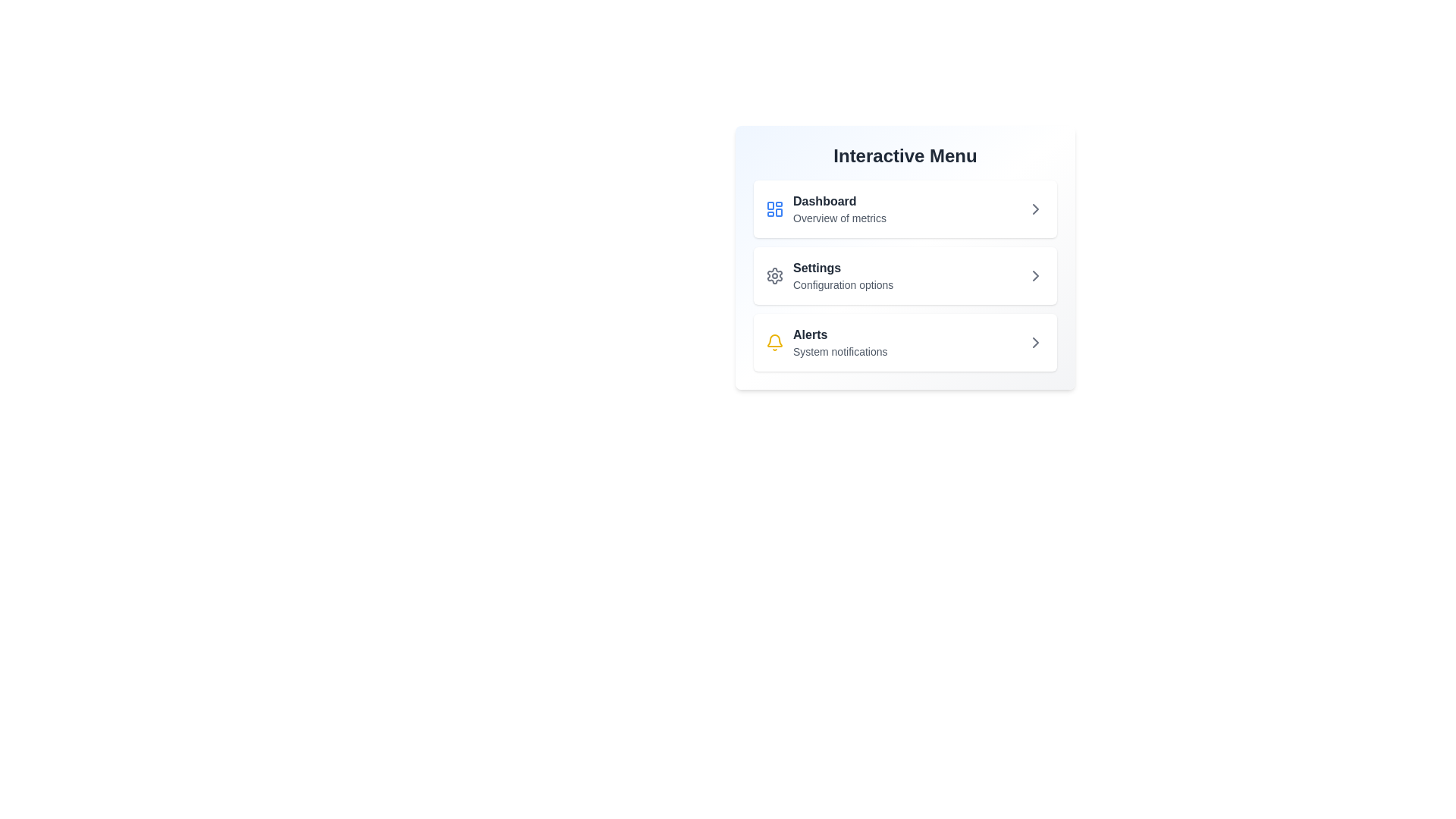 This screenshot has height=819, width=1456. What do you see at coordinates (905, 342) in the screenshot?
I see `the third button in the vertical list of menu cards` at bounding box center [905, 342].